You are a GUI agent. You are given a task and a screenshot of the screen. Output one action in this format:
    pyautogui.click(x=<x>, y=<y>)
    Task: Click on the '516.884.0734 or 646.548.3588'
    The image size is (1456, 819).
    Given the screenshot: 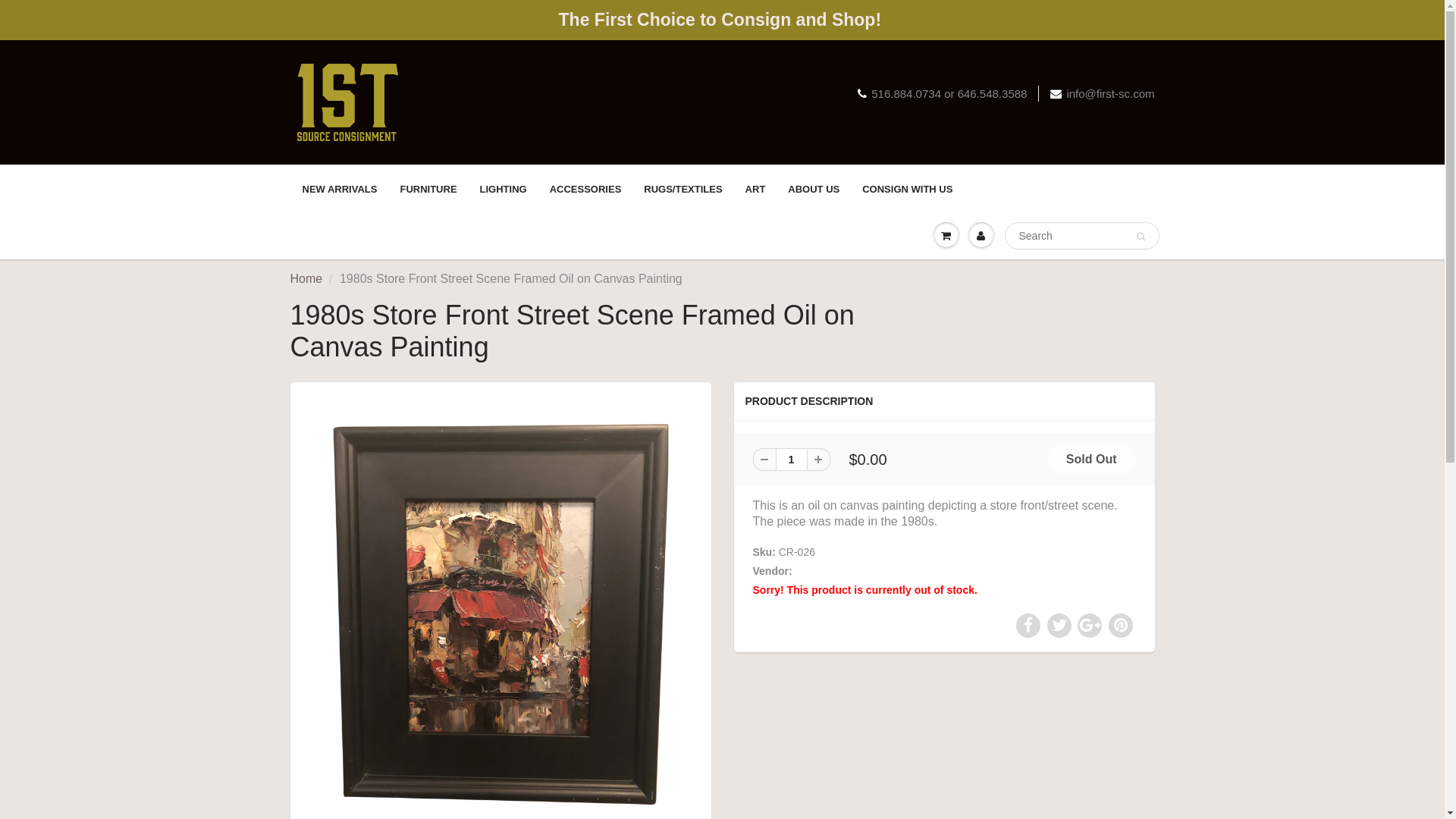 What is the action you would take?
    pyautogui.click(x=941, y=93)
    